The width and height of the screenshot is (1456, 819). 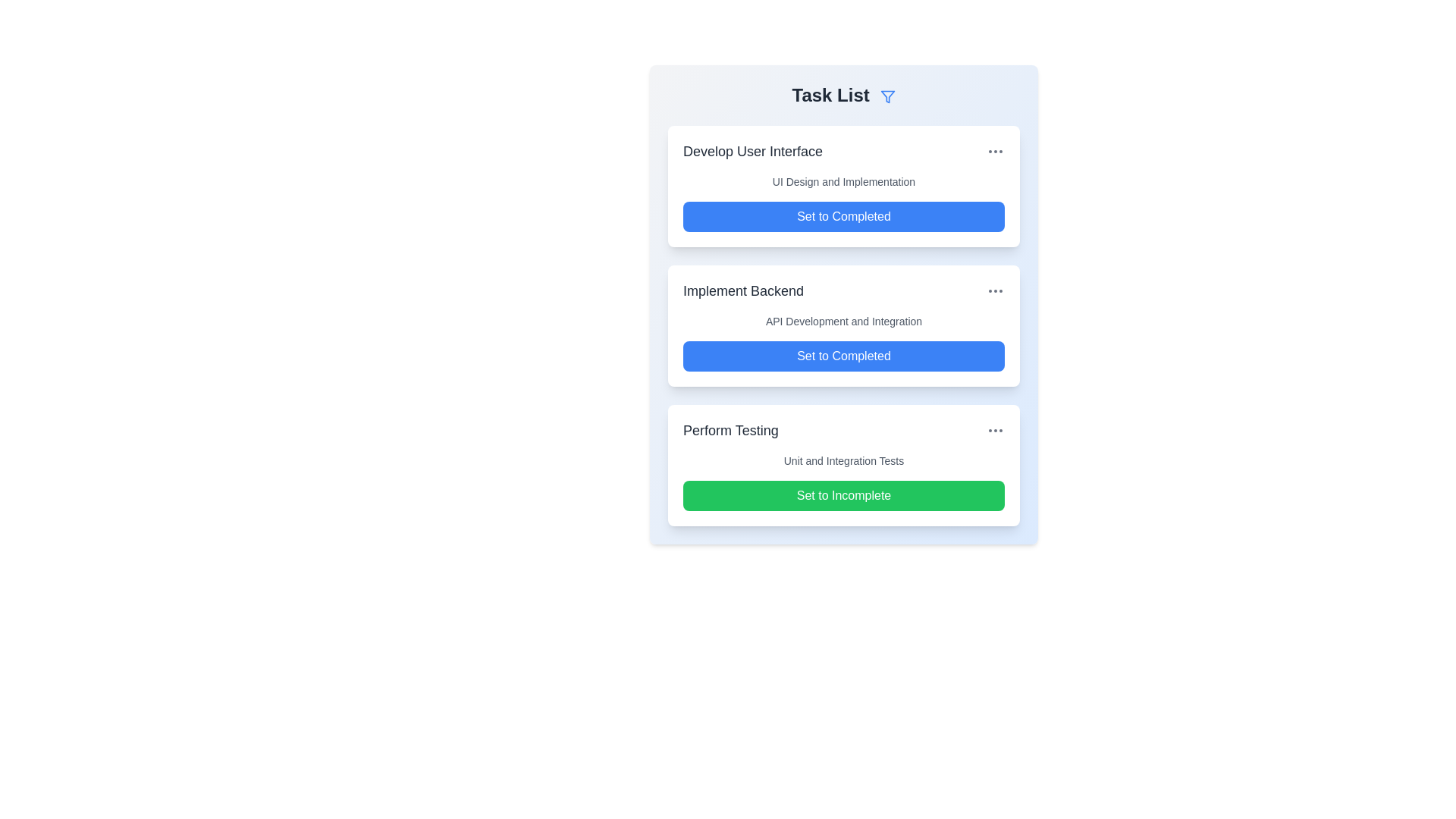 What do you see at coordinates (996, 152) in the screenshot?
I see `the ellipsis icon next to the task titled 'Develop User Interface' to open additional options` at bounding box center [996, 152].